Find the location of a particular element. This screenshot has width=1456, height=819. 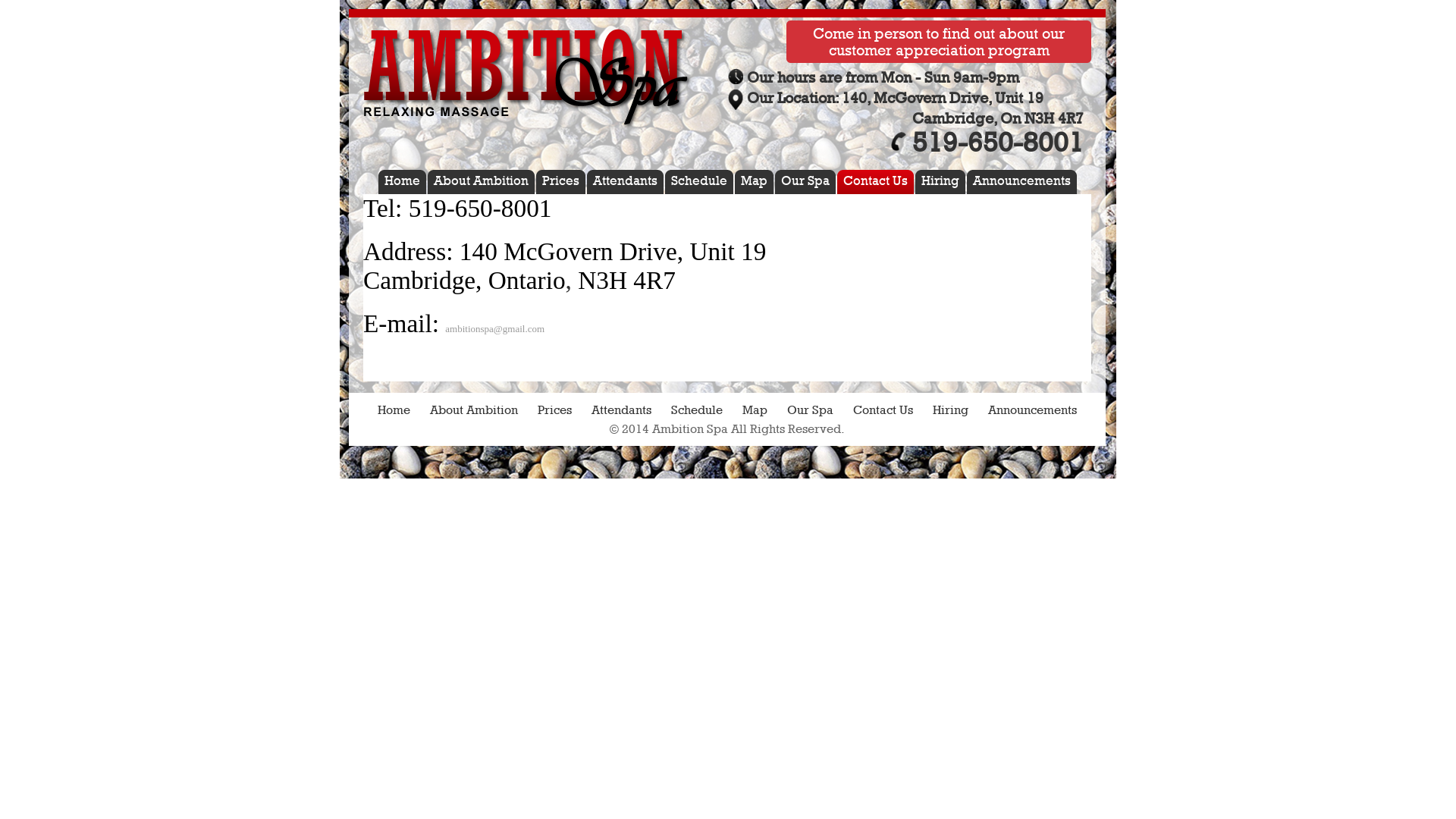

'Our Spa' is located at coordinates (807, 180).